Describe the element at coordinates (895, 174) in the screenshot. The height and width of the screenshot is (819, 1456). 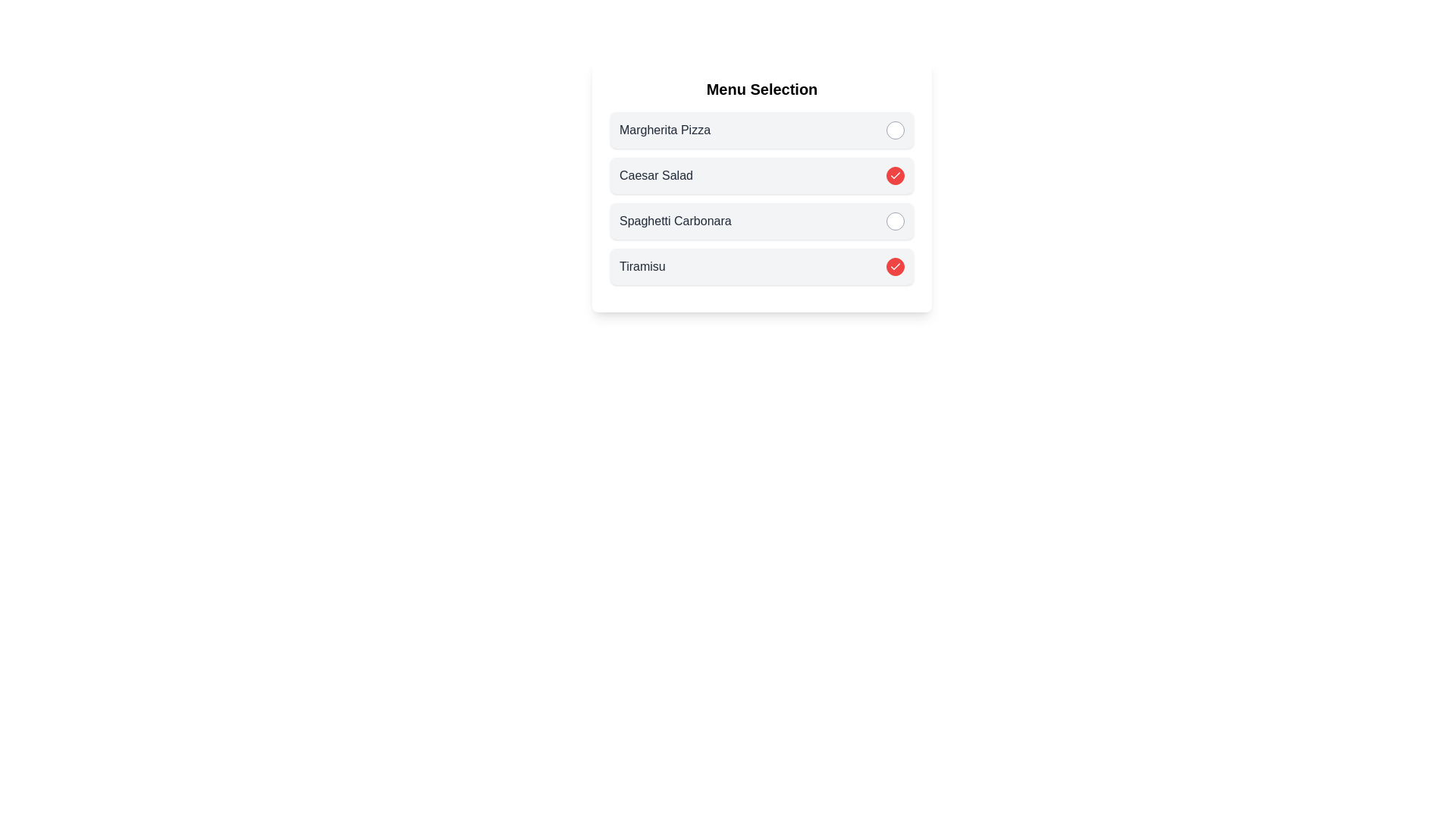
I see `the menu item corresponding to Caesar Salad` at that location.